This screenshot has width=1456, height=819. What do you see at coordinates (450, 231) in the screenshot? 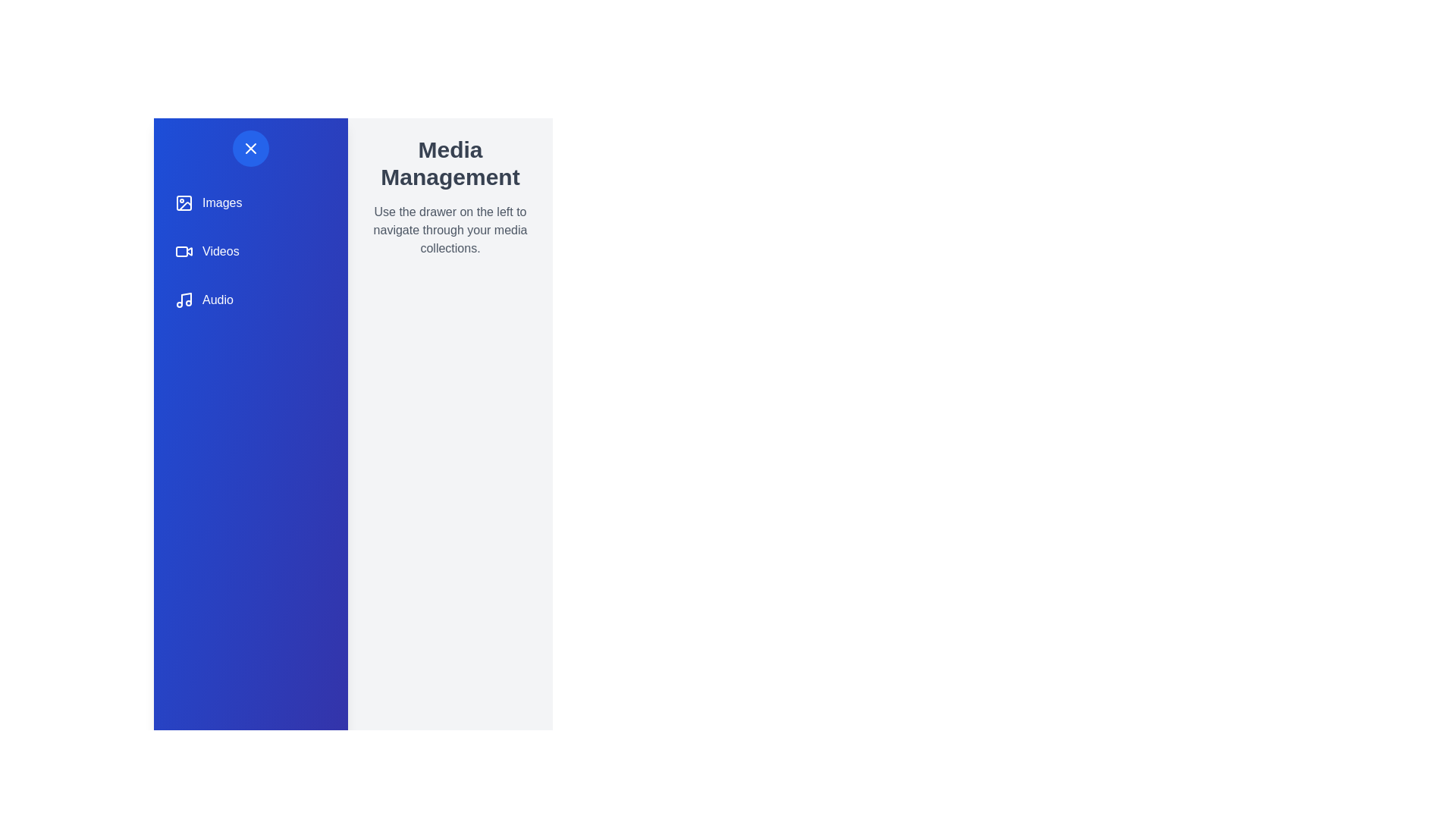
I see `the instructional text element located below the 'Media Management' heading in the main content area` at bounding box center [450, 231].